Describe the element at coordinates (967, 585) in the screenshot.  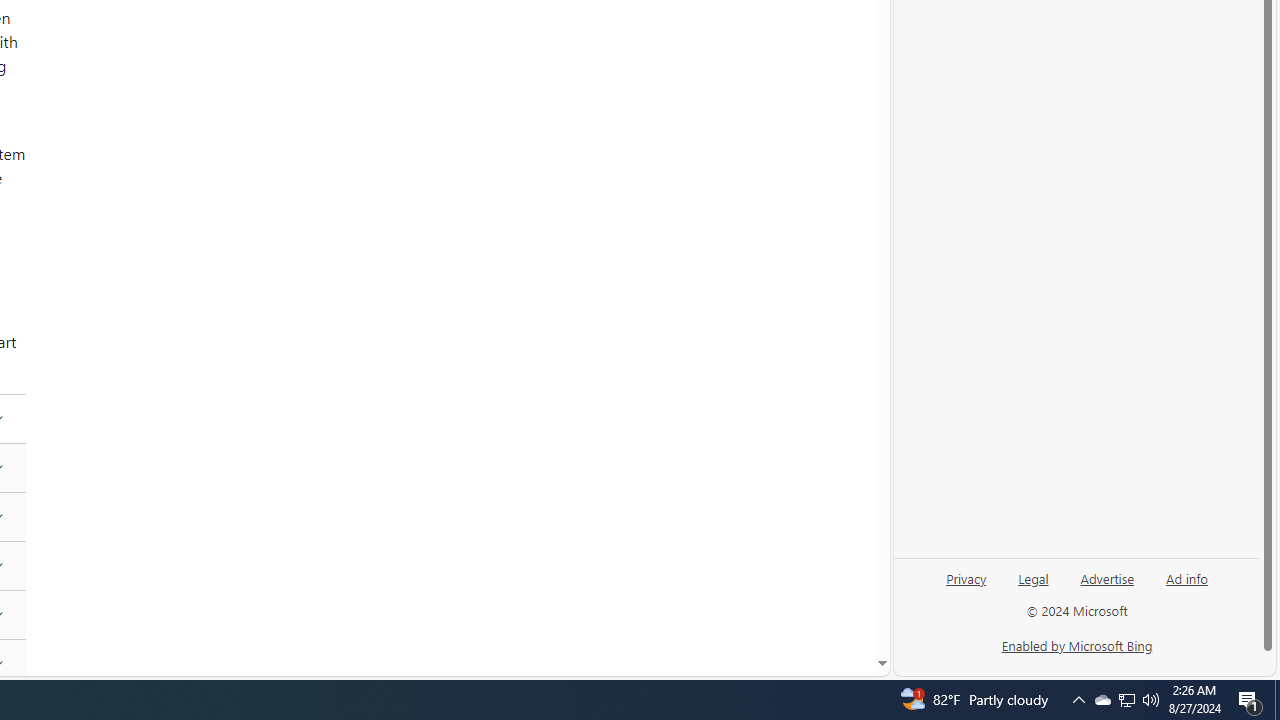
I see `'Privacy'` at that location.